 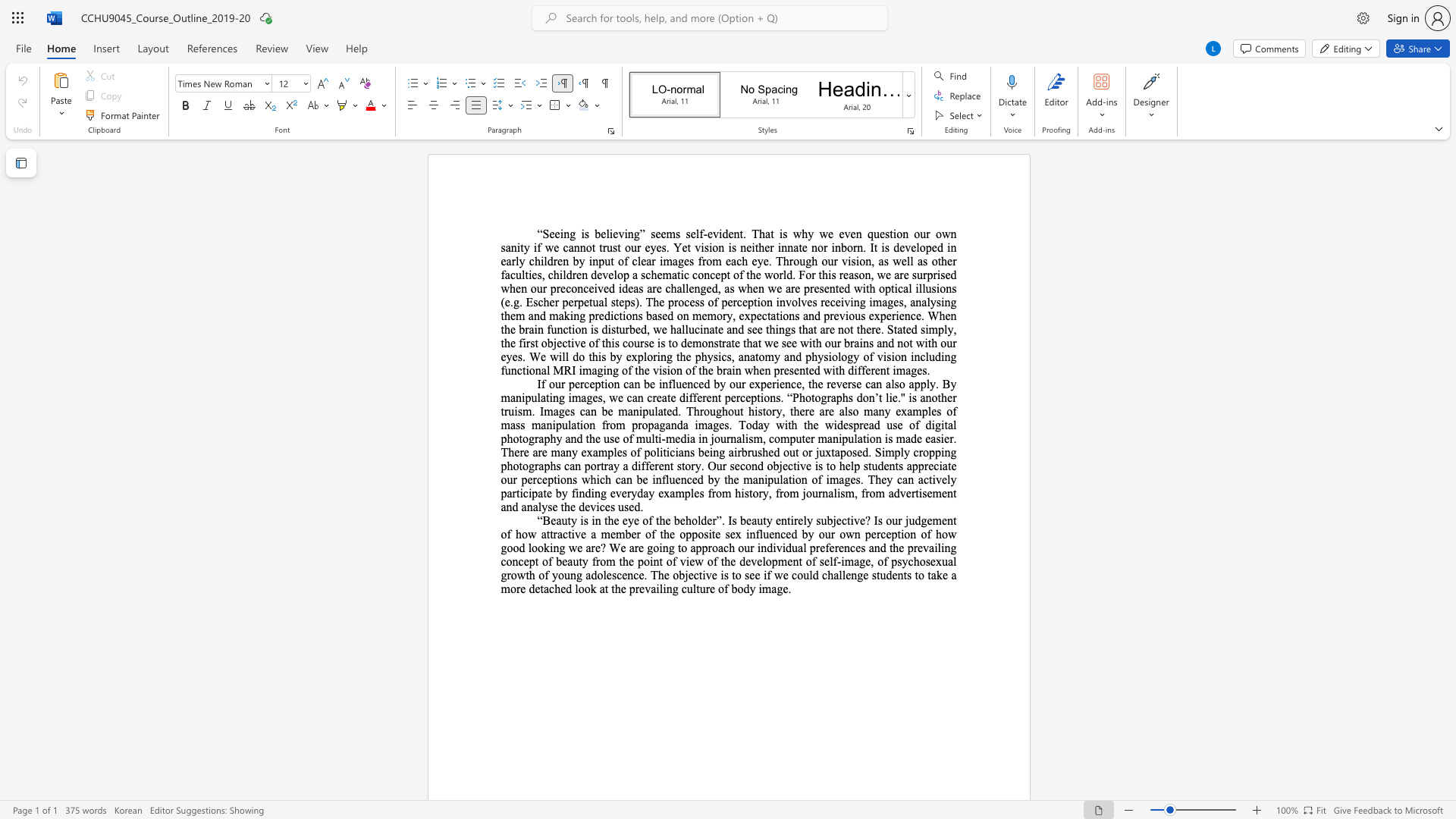 I want to click on the subset text "f we cannot trust our eyes. Yet vision is neither innate nor inborn. It is developed in early children by input of clear images from each eye. Through our vision, as well as other faculties, children develop a schematic concept of the world. For this reason, we are surprised when our preconceived ideas are challenged, as when we are presented with optical illusions (e.g. Escher perpetual steps). The process of perception involves receiving images, analysing them and making predictions based on memory, expectations and previous experience. When the brain function is disturbed, we hallucinate and see things that are not there. Stated simply, the first objective of this course is to demonstrate that we see with our brains and not with our eyes. We will do this by exploring the physics, anatomy and physiology of vision including functional MRI imaging of the vision of the brain when presen" within the text "Seeing is believing” seems self-evident. That is why we even question our own sanity if we cannot trust our eyes. Yet vision is neither innate nor inborn. It is developed in early children by input of clear images from each eye. Through our vision, as well as other faculties, children develop a schematic concept of the world. For this reason, we are surprised when our preconceived ideas are challenged, as when we are presented with optical illusions (e.g. Escher perpetual steps). The process of perception involves receiving images, analysing them and making predictions based on memory, expectations and previous experience. When the brain function is disturbed, we hallucinate and see things that are not there. Stated simply, the first objective of this course is to demonstrate that we see with our brains and not with our eyes. We will do this by exploring the physics, anatomy and physiology of vision including functional MRI imaging of the vision of the brain when presented with different images.", so click(x=537, y=246).